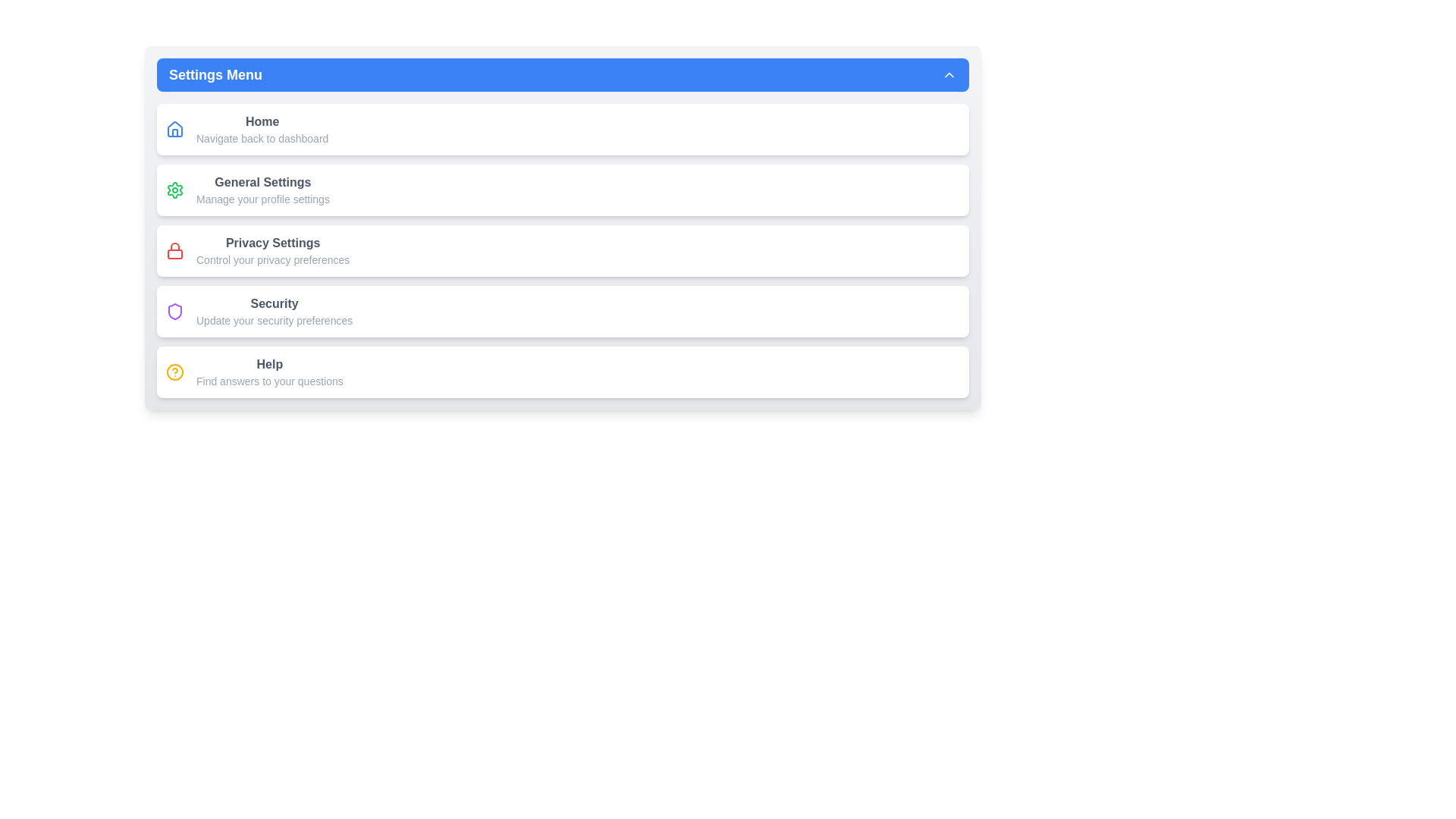 The width and height of the screenshot is (1456, 819). Describe the element at coordinates (269, 372) in the screenshot. I see `the 'Help' text block located in the 'Settings Menu' section, which is the fifth item and is styled with bold dark gray font` at that location.